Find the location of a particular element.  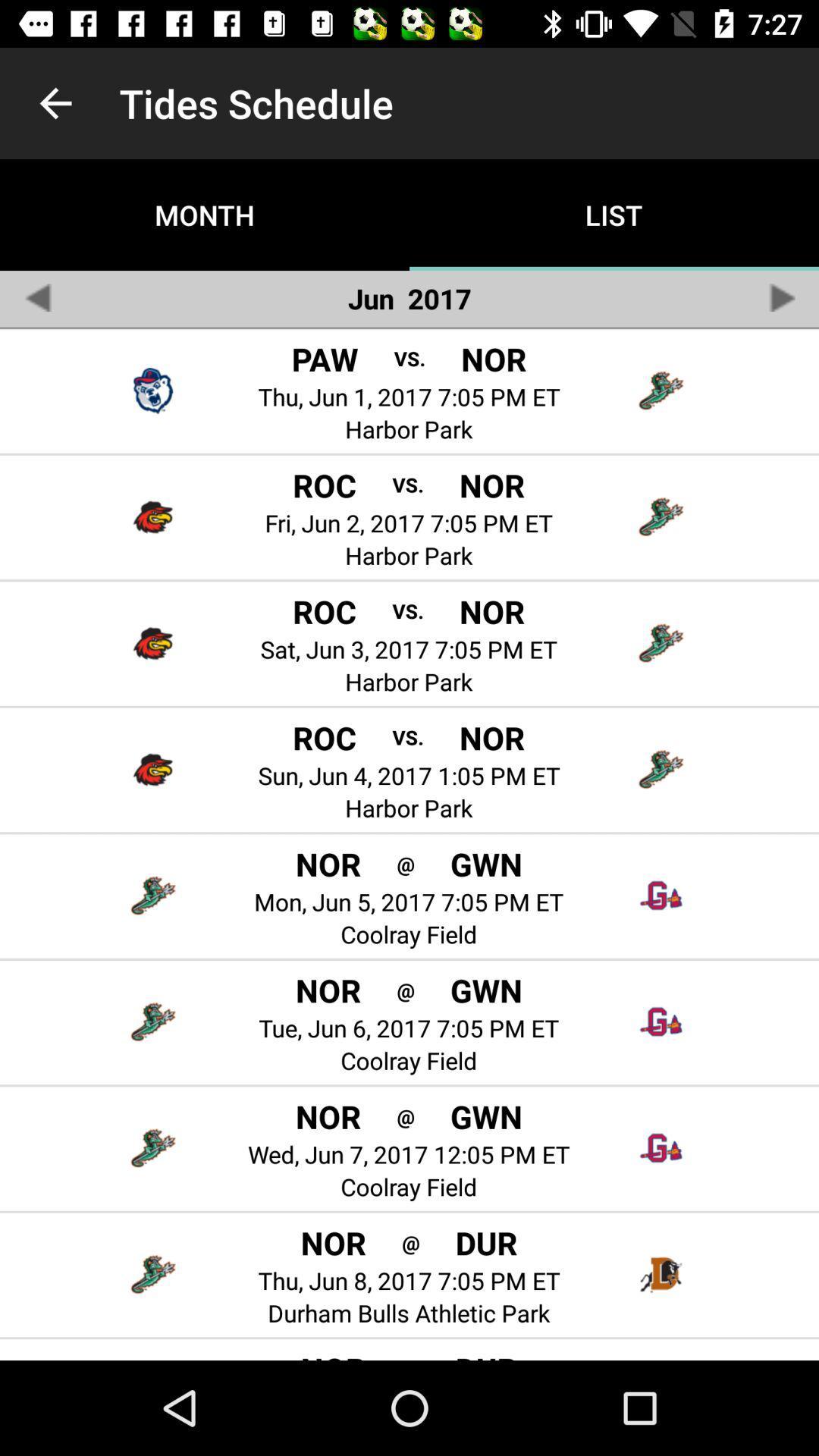

the item next to the dur icon is located at coordinates (410, 1242).